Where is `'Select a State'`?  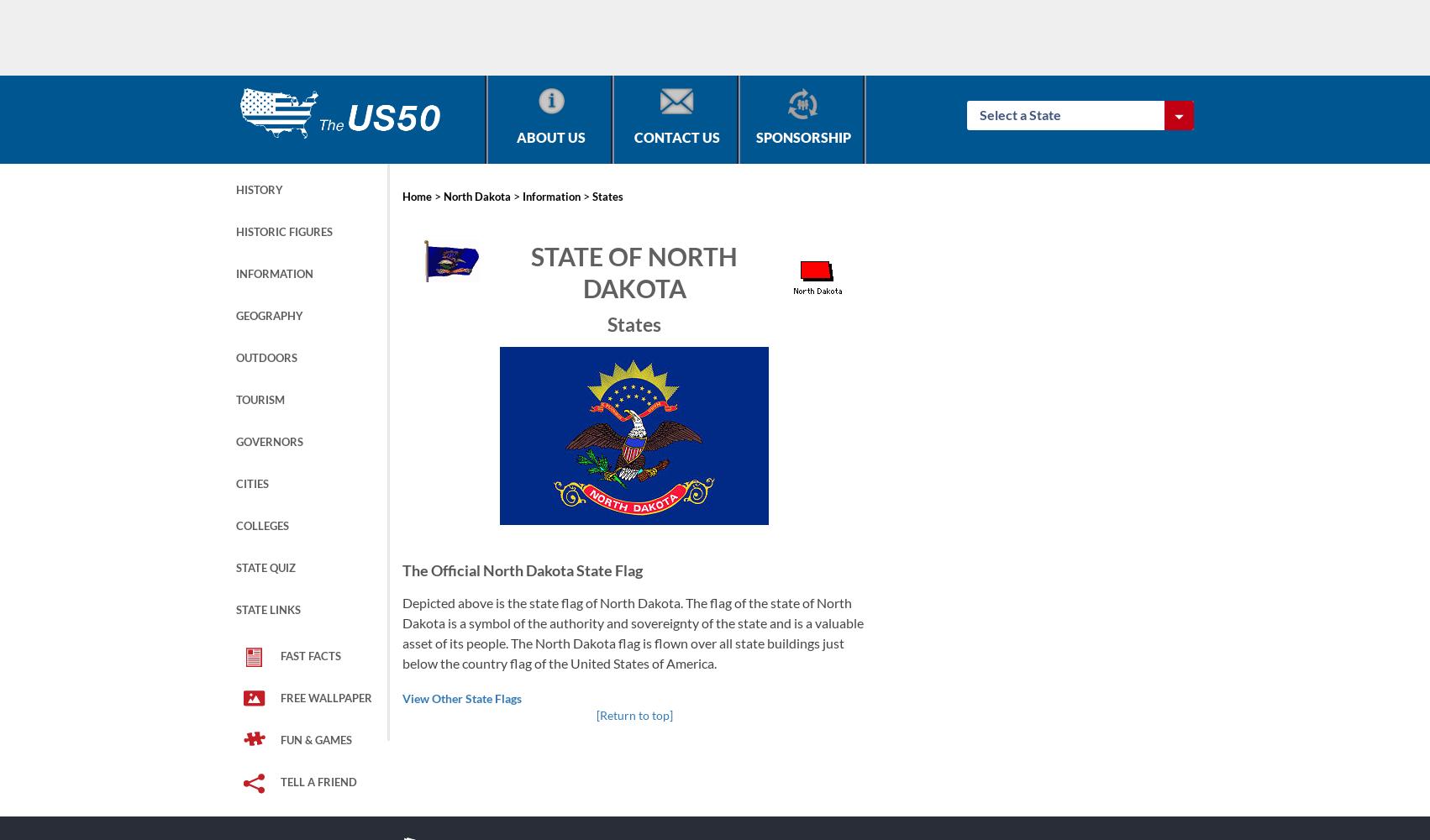 'Select a State' is located at coordinates (980, 114).